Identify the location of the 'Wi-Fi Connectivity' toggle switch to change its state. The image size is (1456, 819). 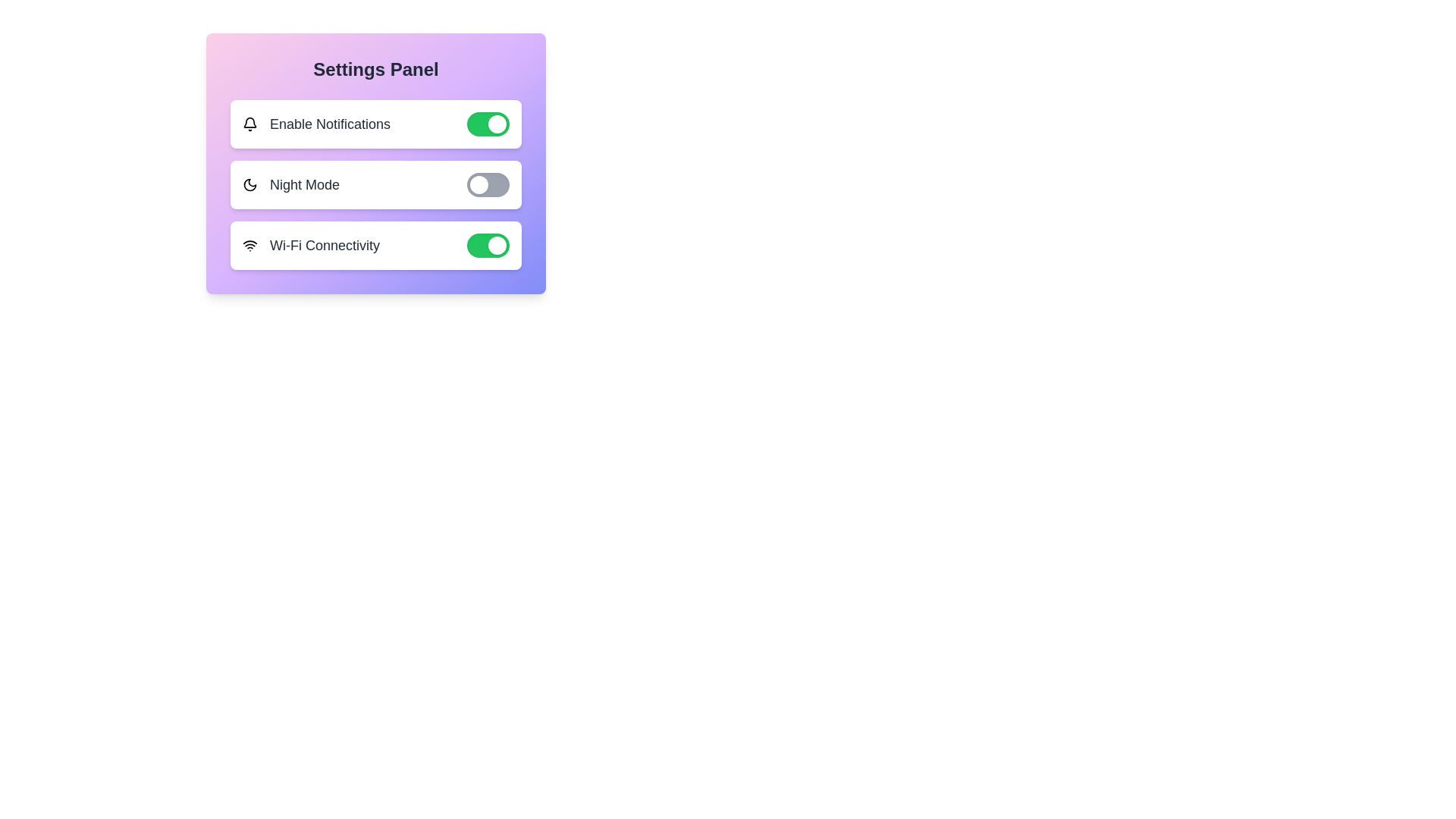
(488, 245).